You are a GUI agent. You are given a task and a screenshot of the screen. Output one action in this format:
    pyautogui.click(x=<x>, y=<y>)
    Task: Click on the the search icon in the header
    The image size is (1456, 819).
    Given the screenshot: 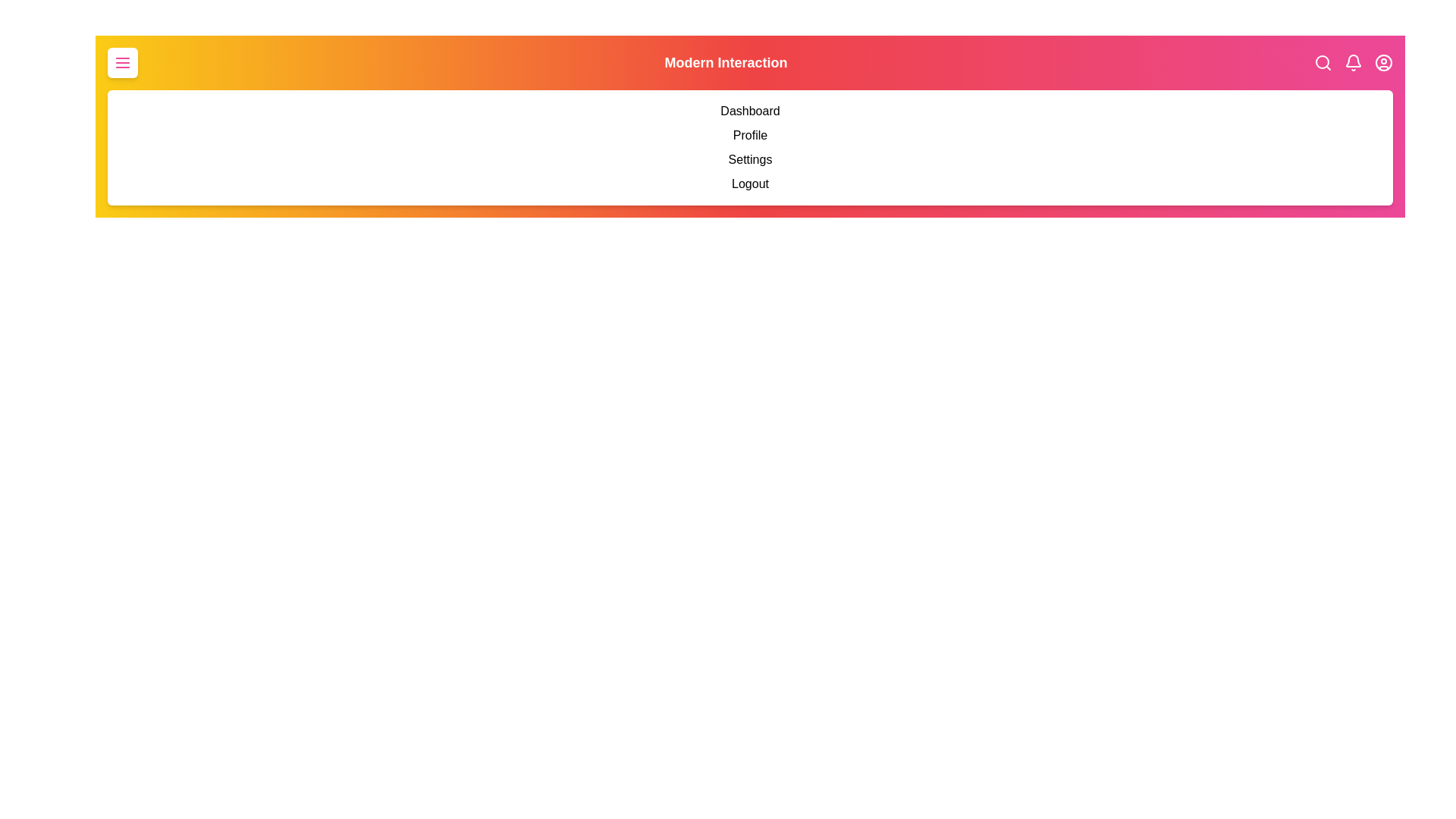 What is the action you would take?
    pyautogui.click(x=1322, y=62)
    